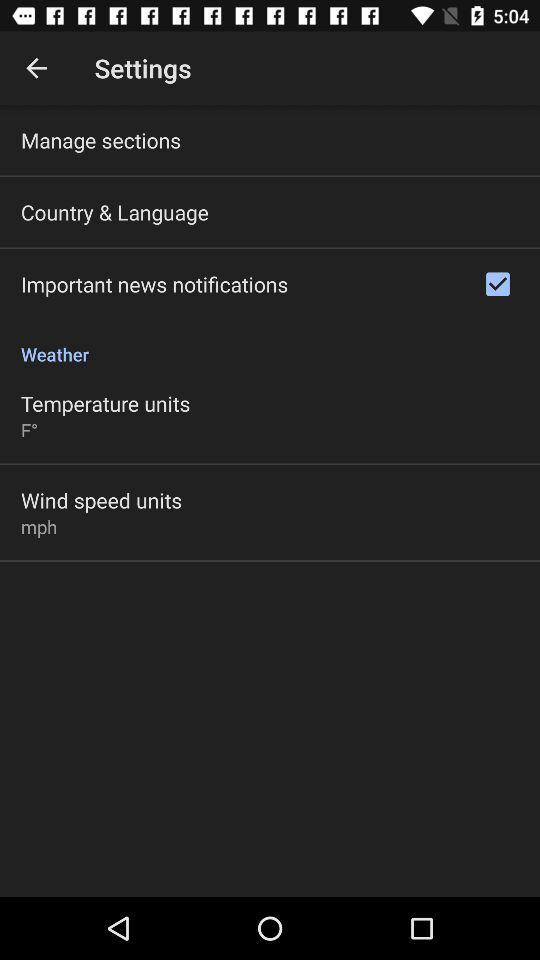 This screenshot has width=540, height=960. What do you see at coordinates (100, 139) in the screenshot?
I see `icon above country & language icon` at bounding box center [100, 139].